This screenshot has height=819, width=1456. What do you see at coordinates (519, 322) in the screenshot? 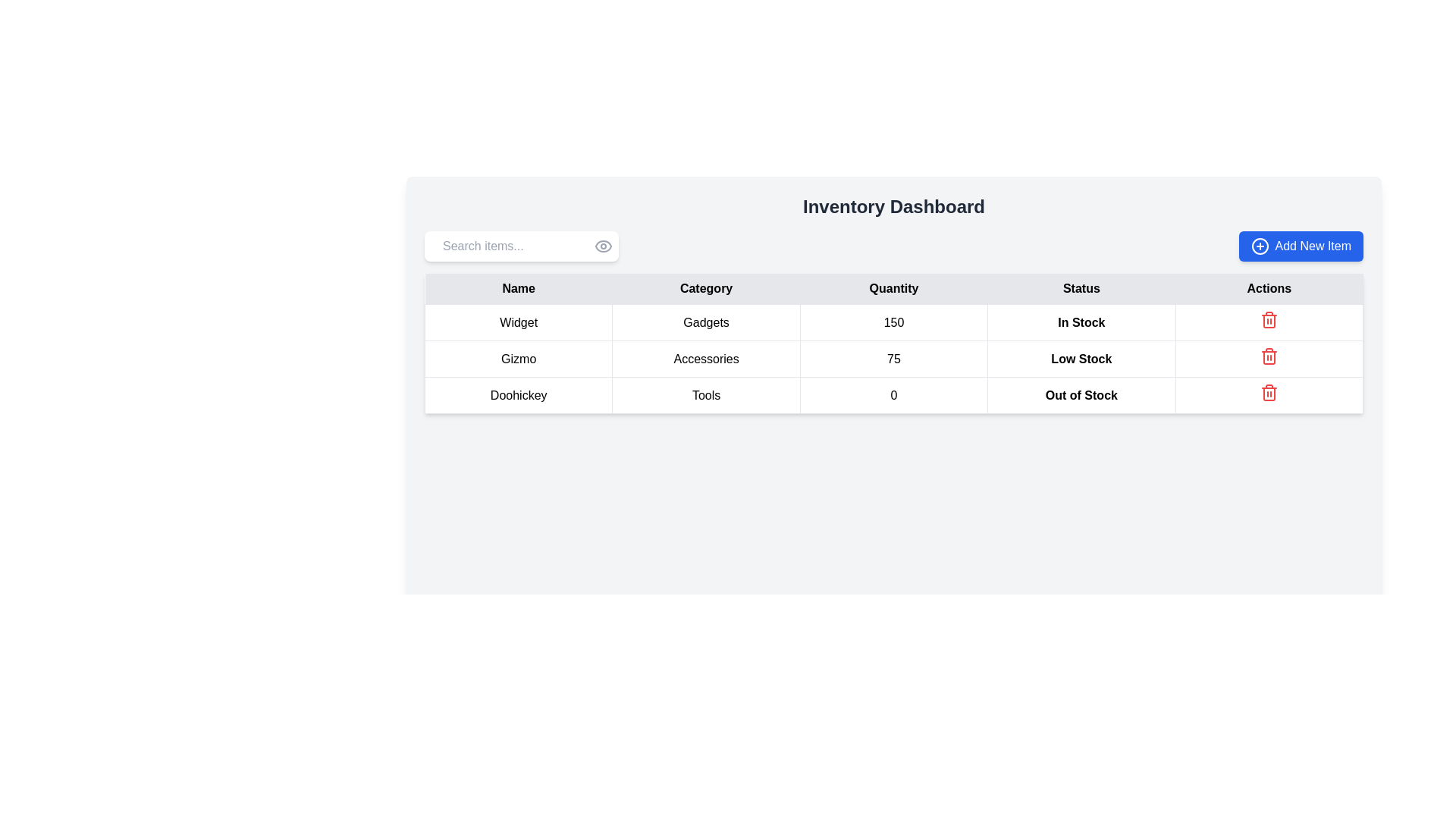
I see `the product name label located in the first column of the first row under the 'Name' heading in the inventory dashboard` at bounding box center [519, 322].